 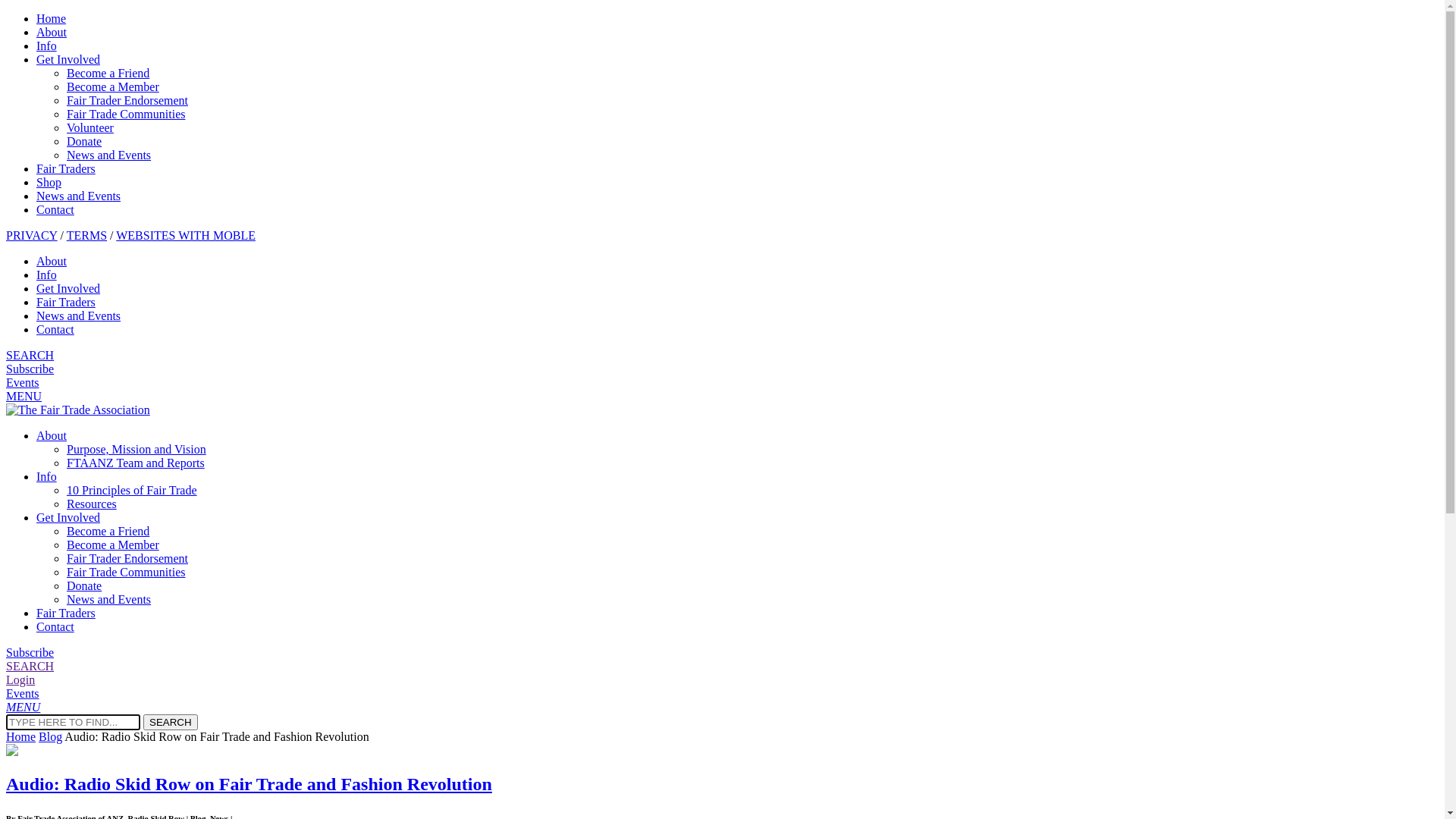 What do you see at coordinates (126, 113) in the screenshot?
I see `'Fair Trade Communities'` at bounding box center [126, 113].